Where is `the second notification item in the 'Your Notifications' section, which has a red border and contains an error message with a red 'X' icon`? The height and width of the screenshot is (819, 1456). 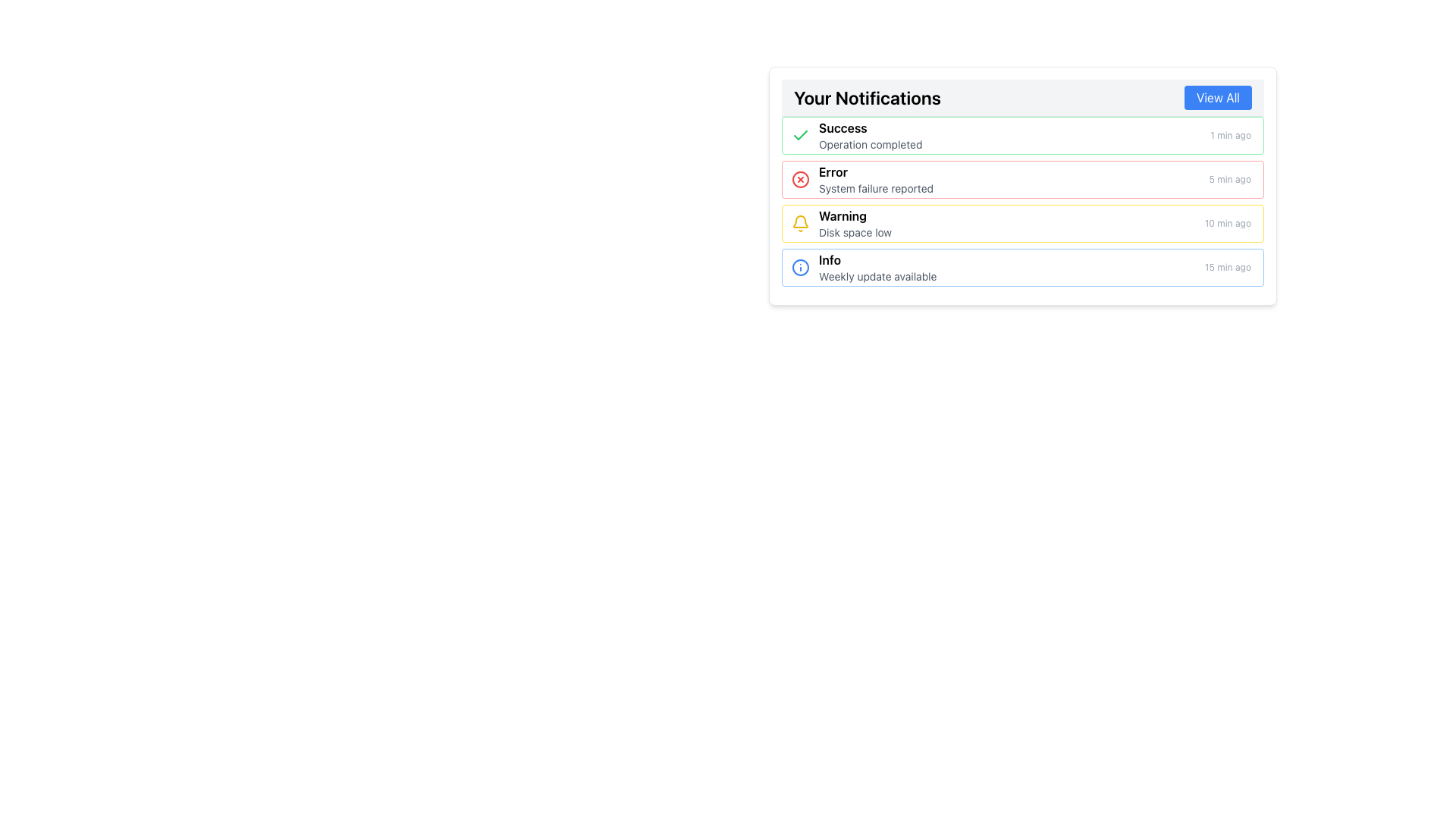 the second notification item in the 'Your Notifications' section, which has a red border and contains an error message with a red 'X' icon is located at coordinates (1022, 201).